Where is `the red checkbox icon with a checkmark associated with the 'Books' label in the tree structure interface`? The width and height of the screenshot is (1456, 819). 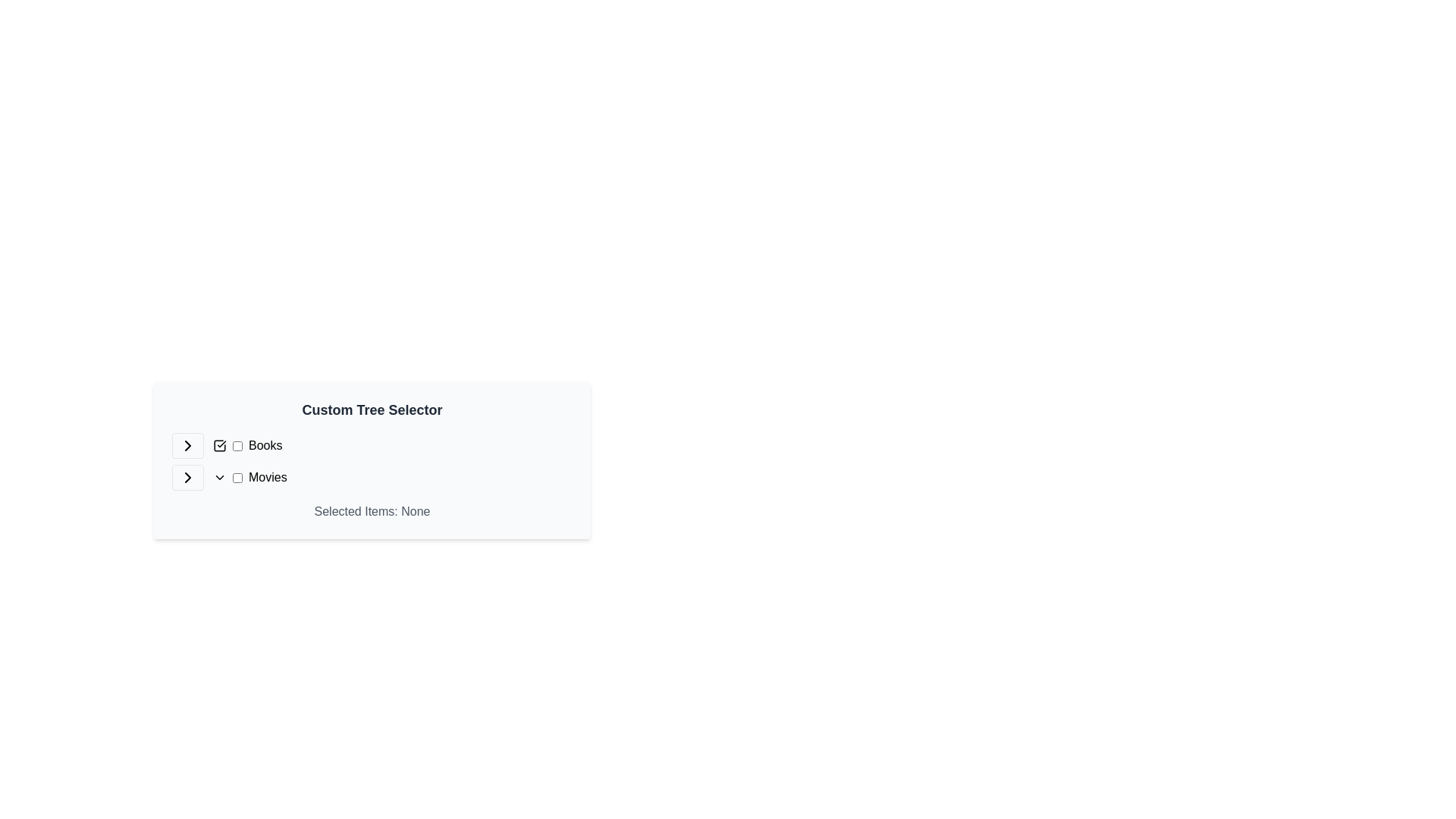
the red checkbox icon with a checkmark associated with the 'Books' label in the tree structure interface is located at coordinates (218, 444).